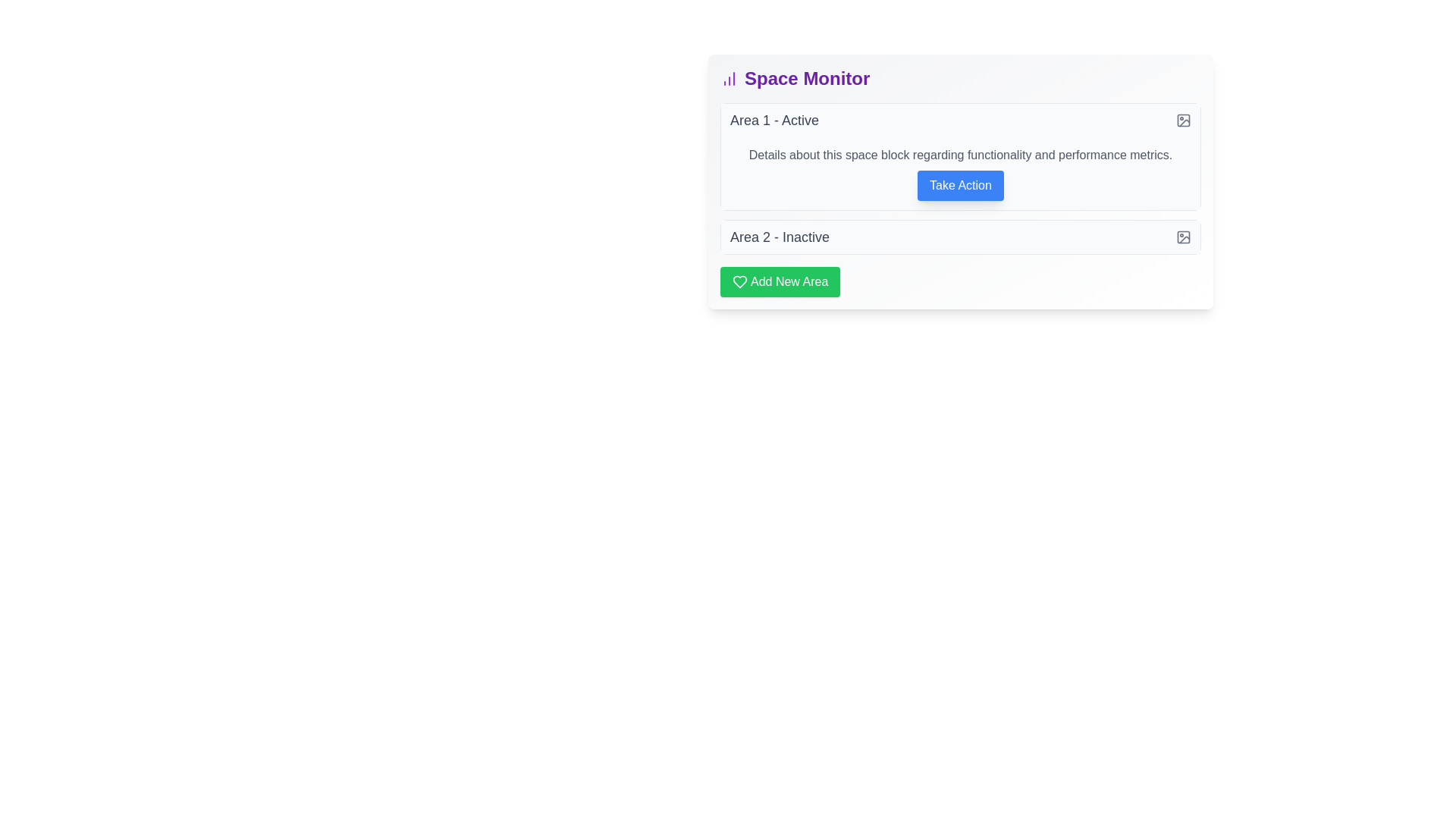 Image resolution: width=1456 pixels, height=819 pixels. Describe the element at coordinates (1182, 237) in the screenshot. I see `the small gray icon resembling a framed picture with a circle at its corner and a diagonal line, located at the right-hand side of the row labeled 'Area 2 - Inactive.'` at that location.